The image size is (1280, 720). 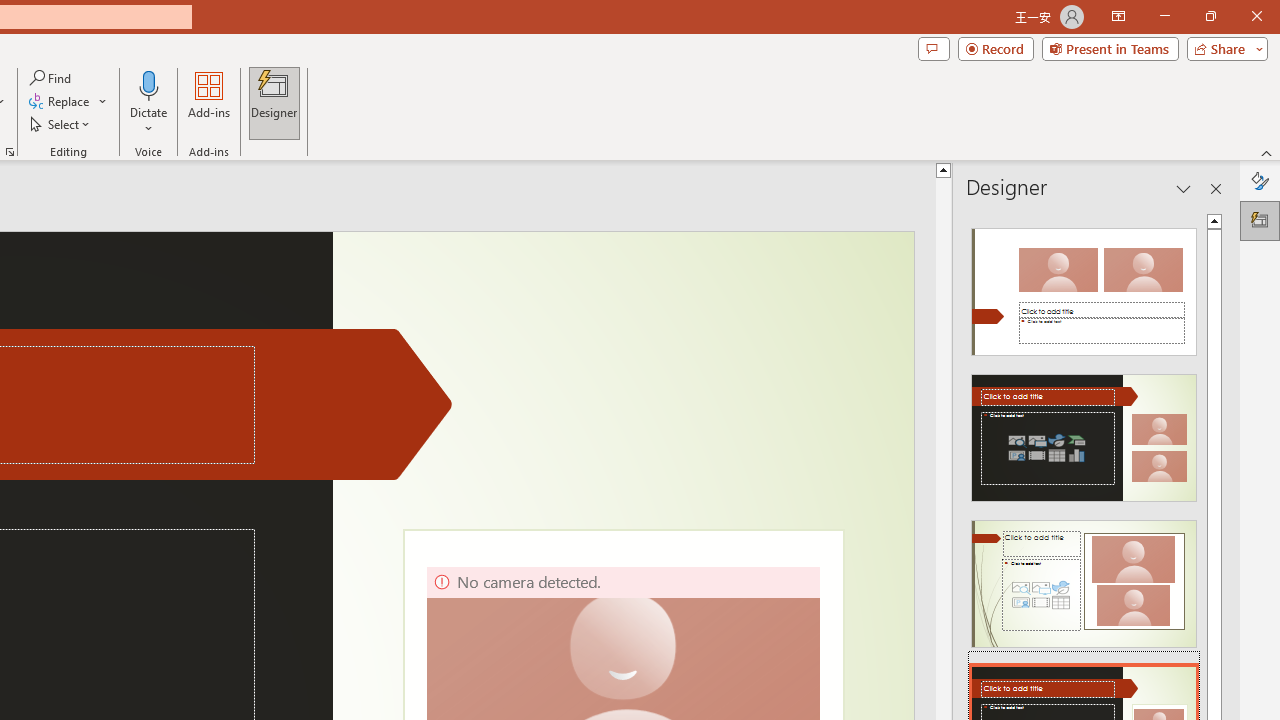 I want to click on 'Replace...', so click(x=69, y=101).